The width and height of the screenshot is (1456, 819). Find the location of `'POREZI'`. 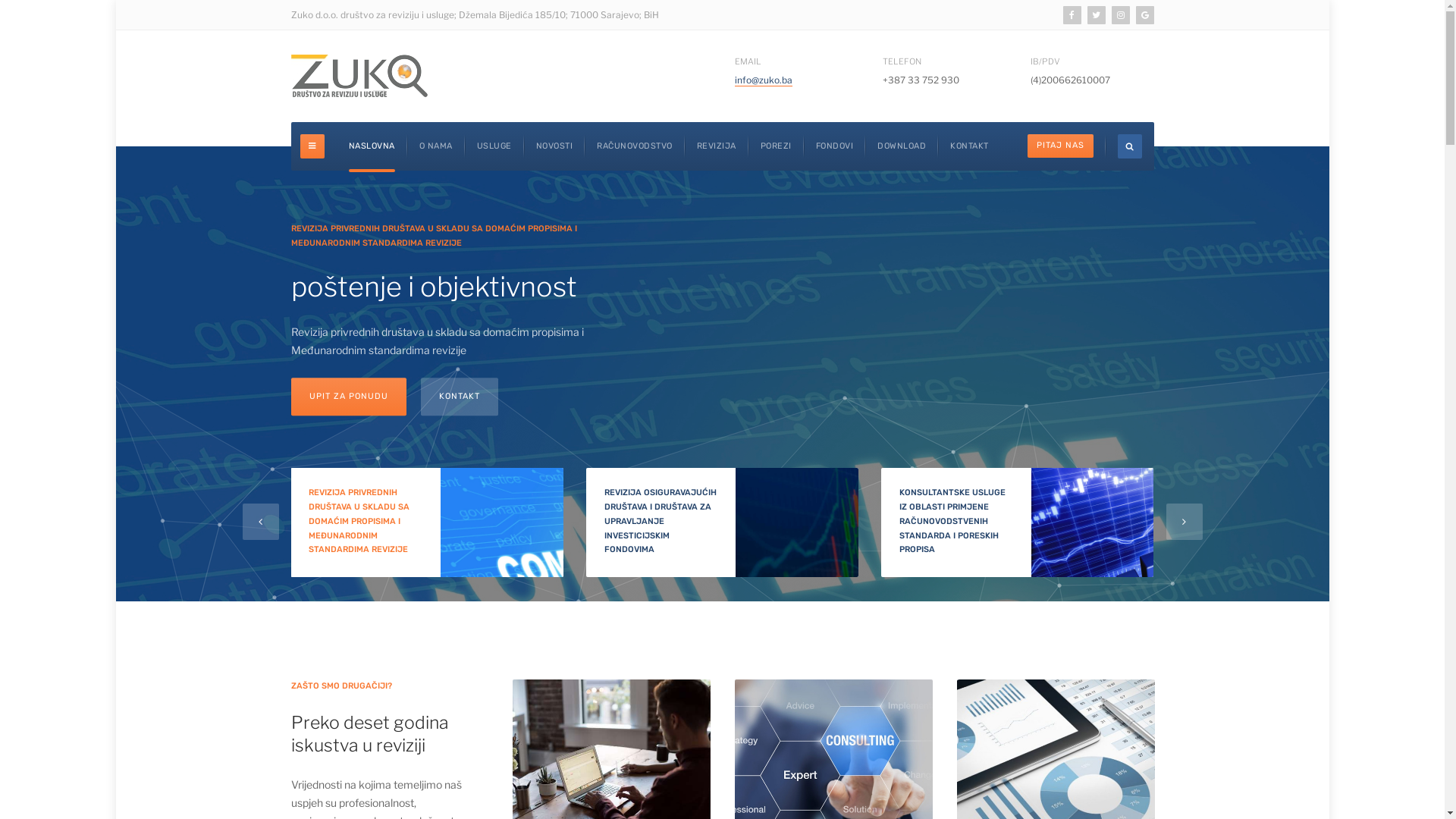

'POREZI' is located at coordinates (760, 146).